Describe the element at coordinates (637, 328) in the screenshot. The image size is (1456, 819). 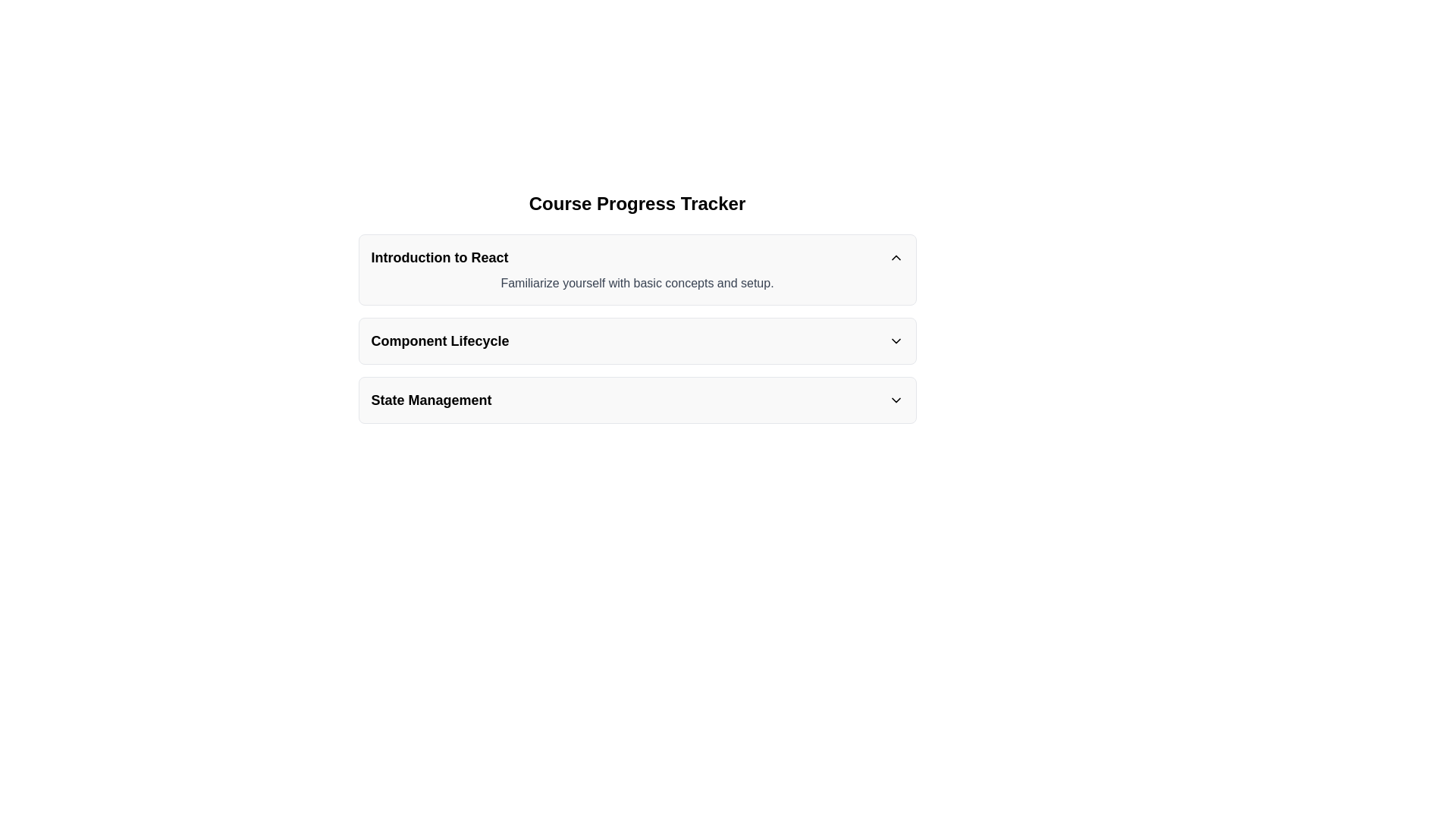
I see `the 'Component Lifecycle' collapsible panel, which is the second section in a series of three collapsible panels` at that location.